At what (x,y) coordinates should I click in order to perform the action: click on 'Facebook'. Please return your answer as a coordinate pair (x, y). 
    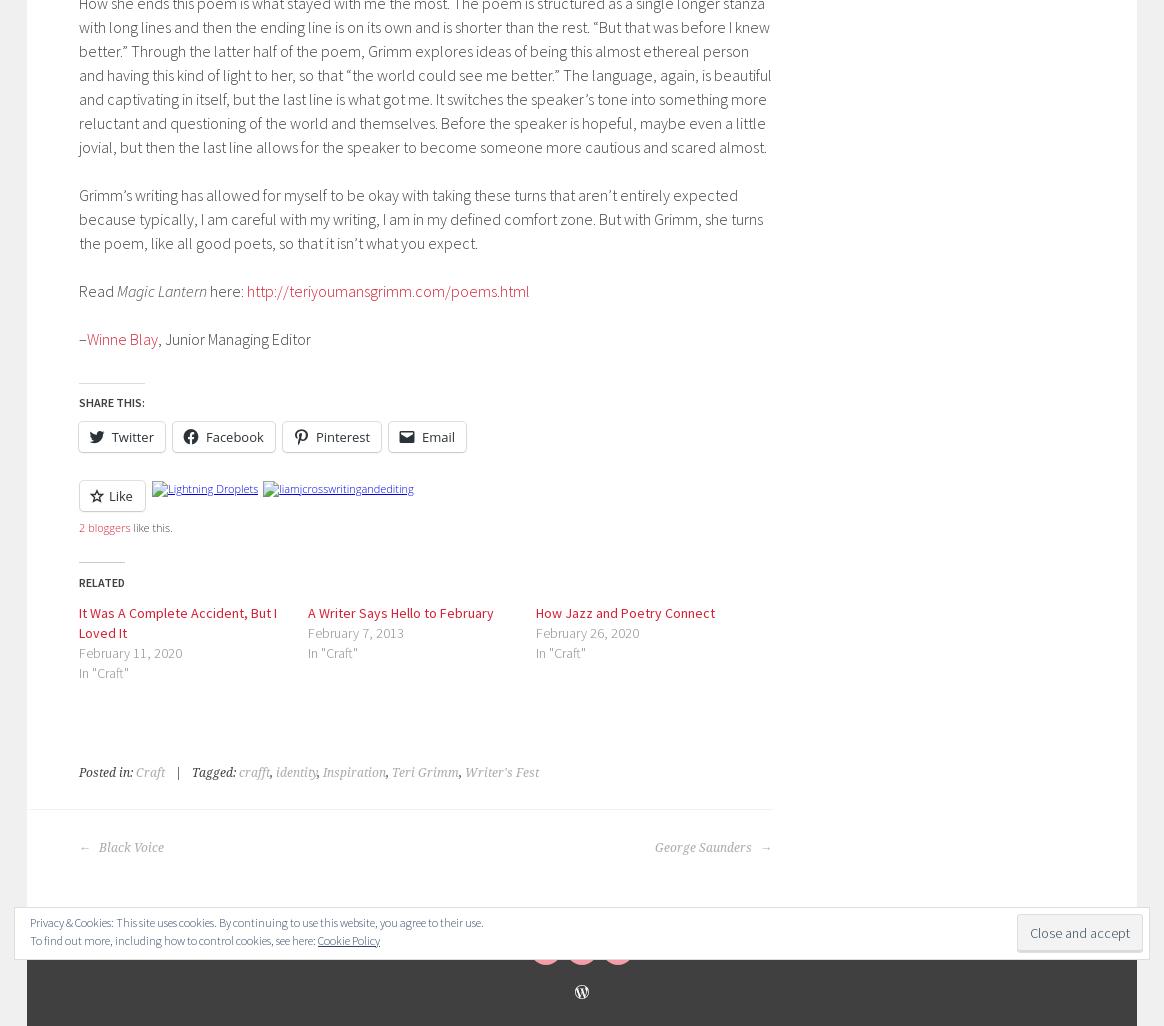
    Looking at the image, I should click on (233, 436).